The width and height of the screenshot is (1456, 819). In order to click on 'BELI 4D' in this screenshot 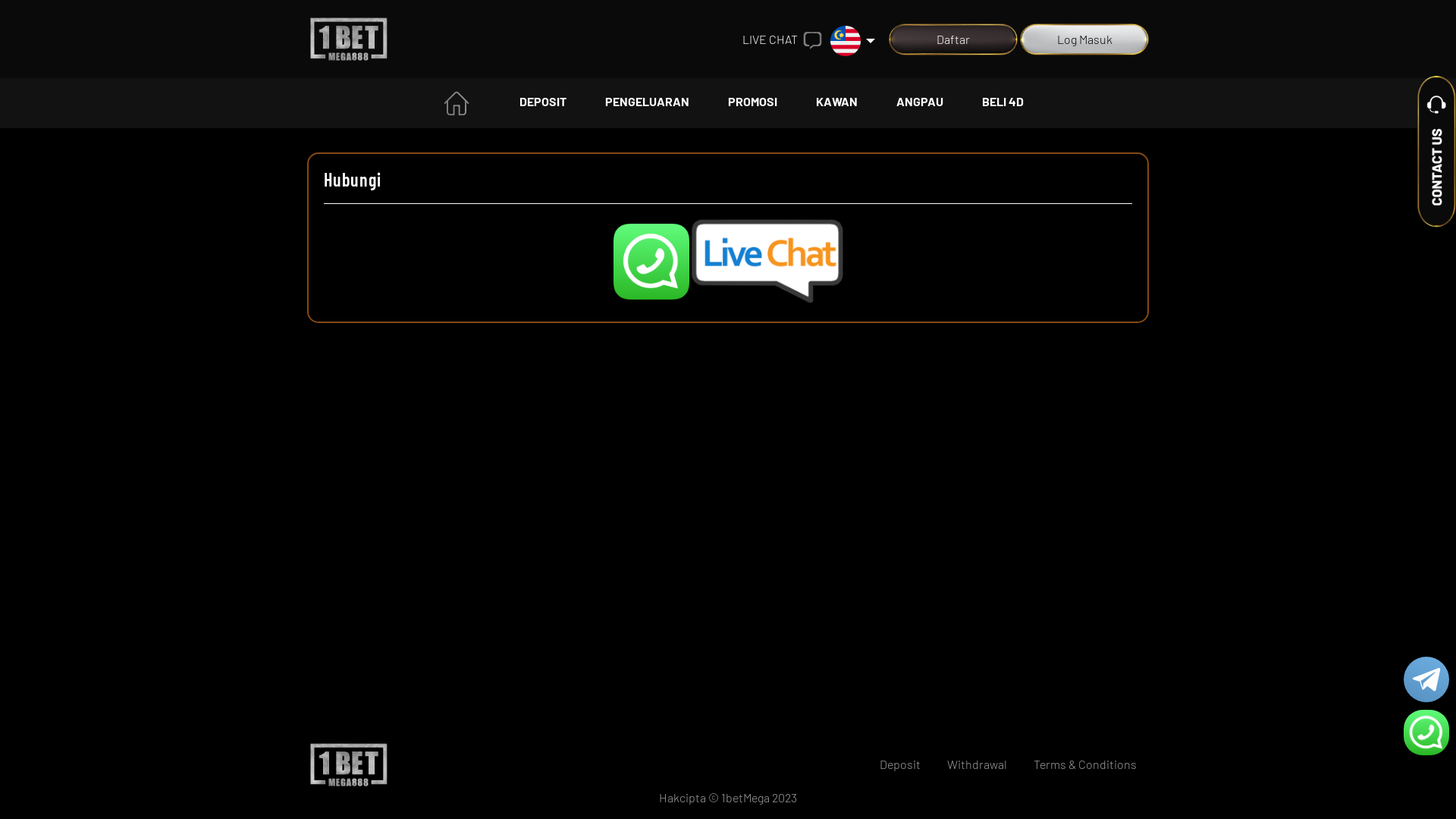, I will do `click(1003, 102)`.